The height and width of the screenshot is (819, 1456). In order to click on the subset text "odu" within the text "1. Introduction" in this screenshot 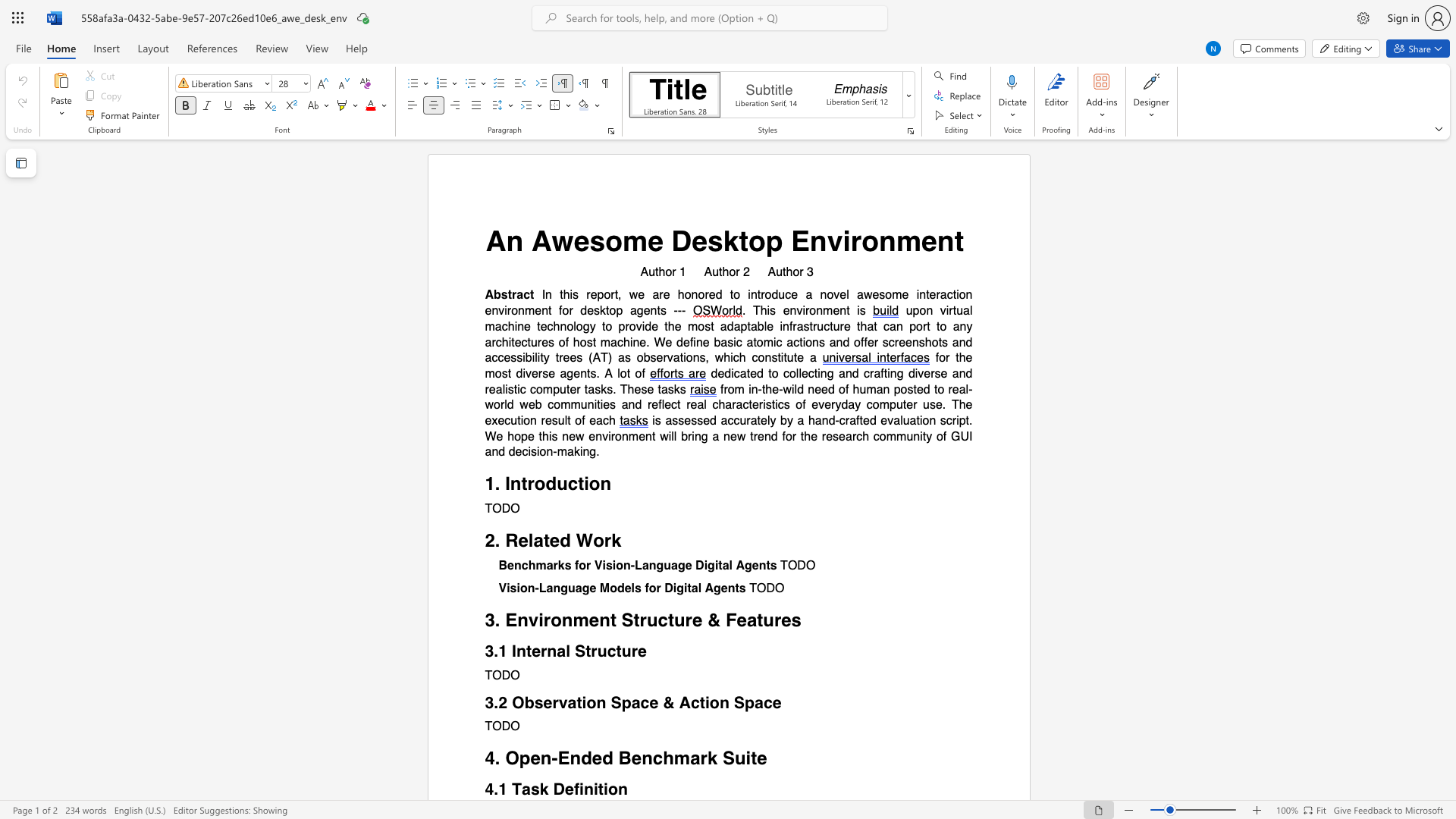, I will do `click(534, 484)`.